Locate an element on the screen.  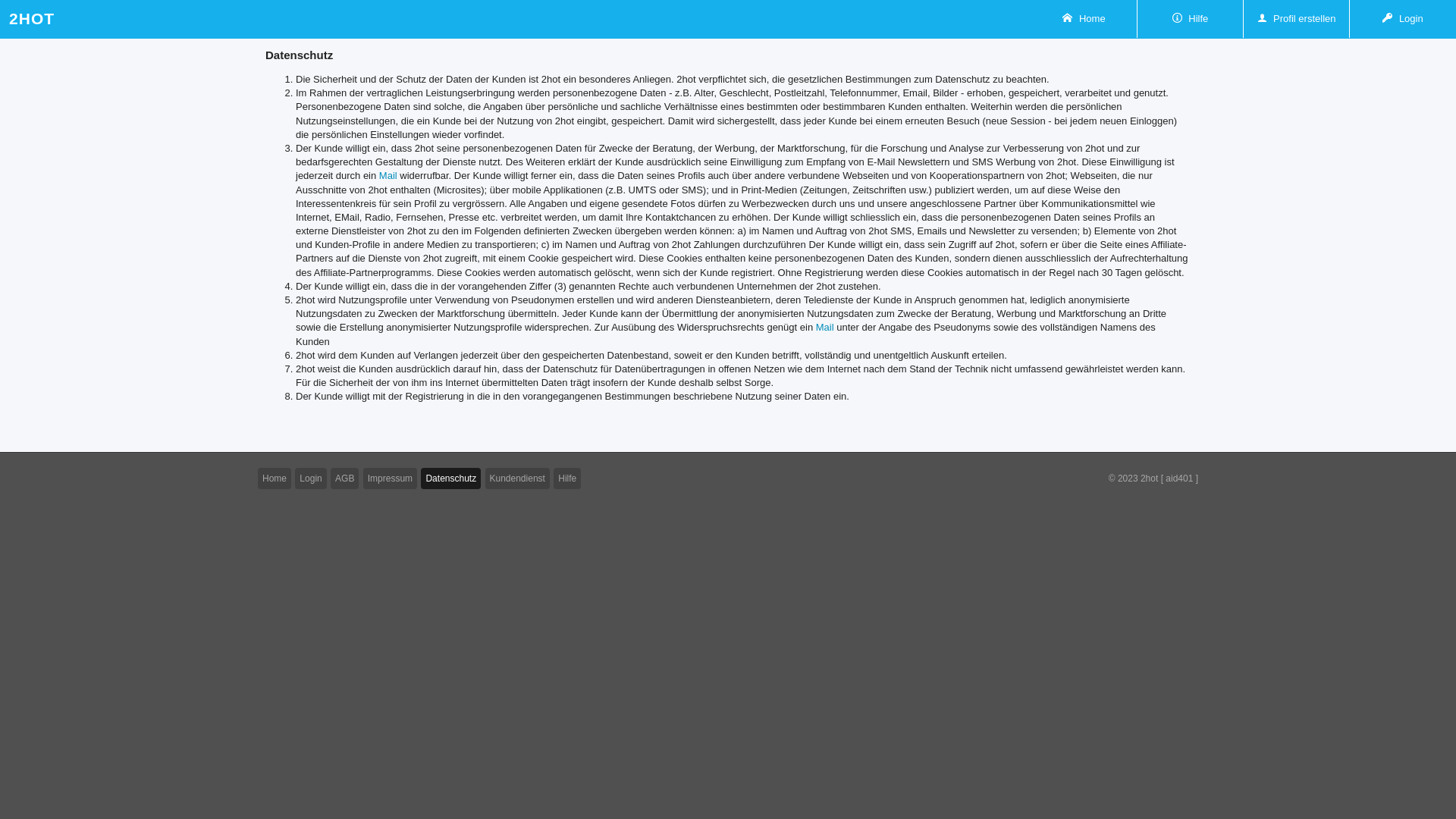
'Datenschutz' is located at coordinates (450, 478).